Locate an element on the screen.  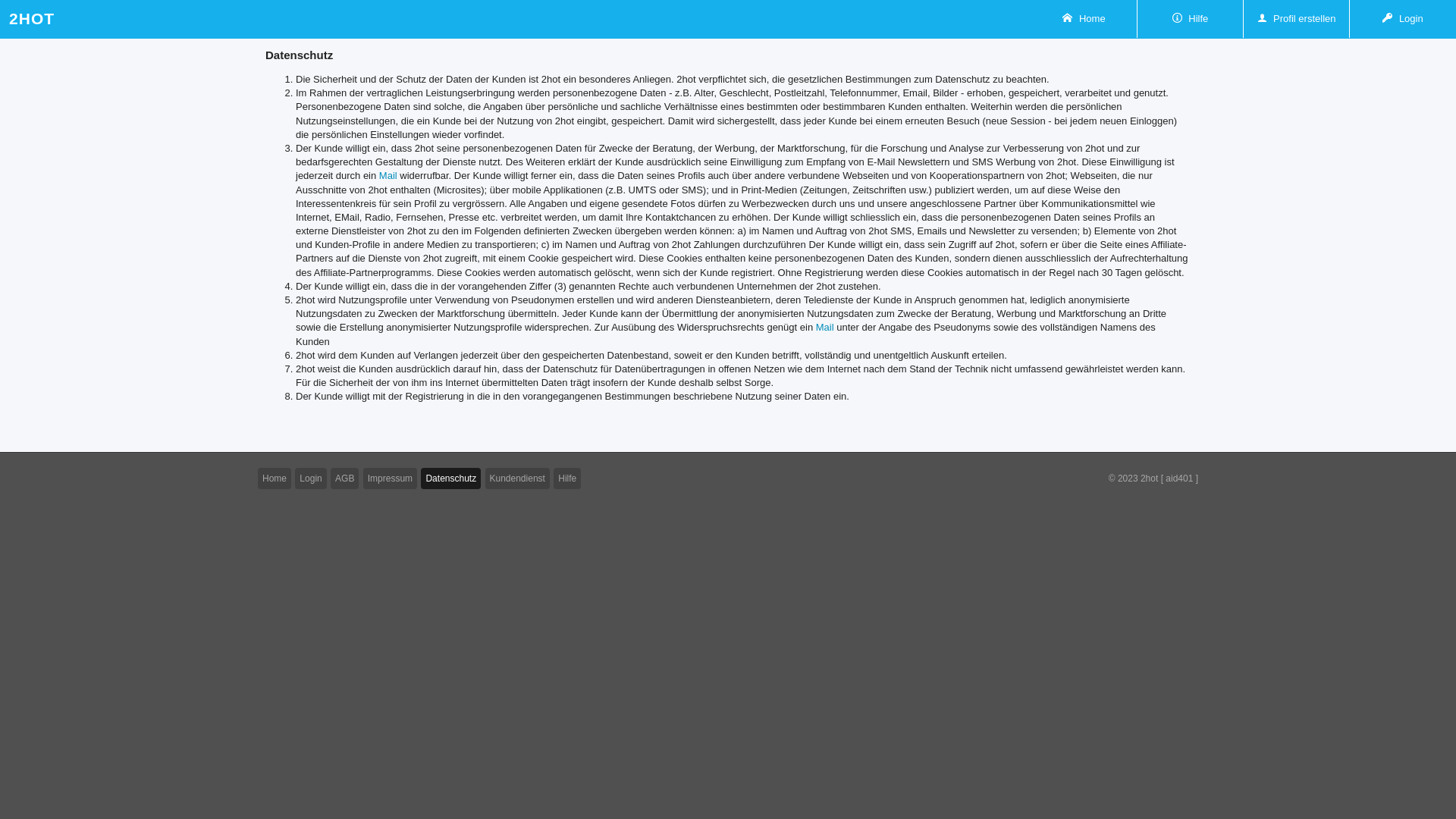
'Datenschutz' is located at coordinates (450, 478).